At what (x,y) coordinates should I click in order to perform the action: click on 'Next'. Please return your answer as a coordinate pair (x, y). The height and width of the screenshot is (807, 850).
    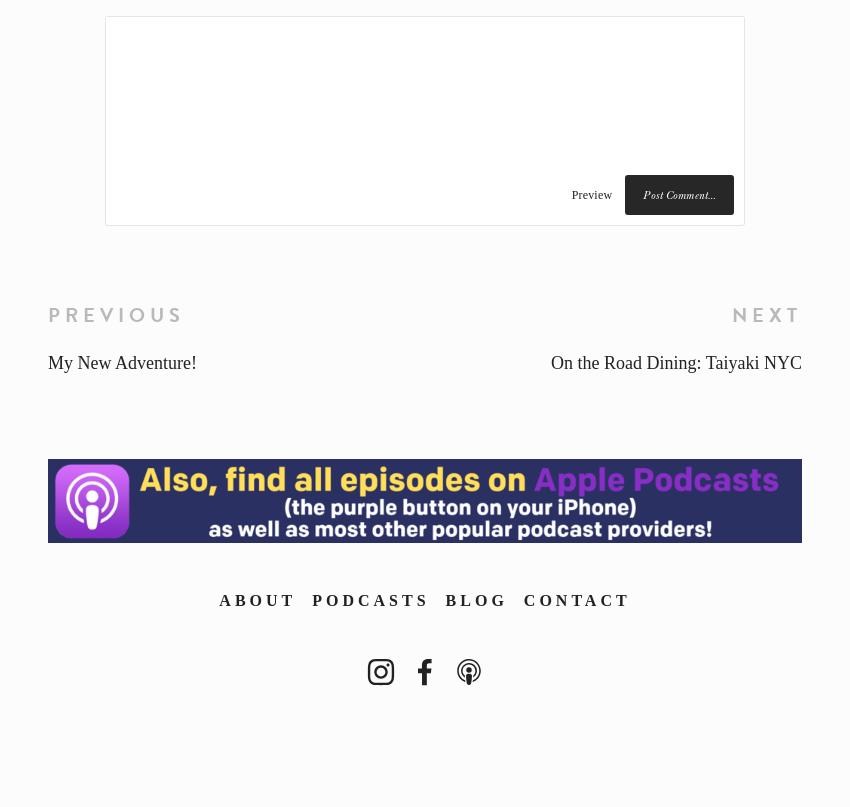
    Looking at the image, I should click on (766, 313).